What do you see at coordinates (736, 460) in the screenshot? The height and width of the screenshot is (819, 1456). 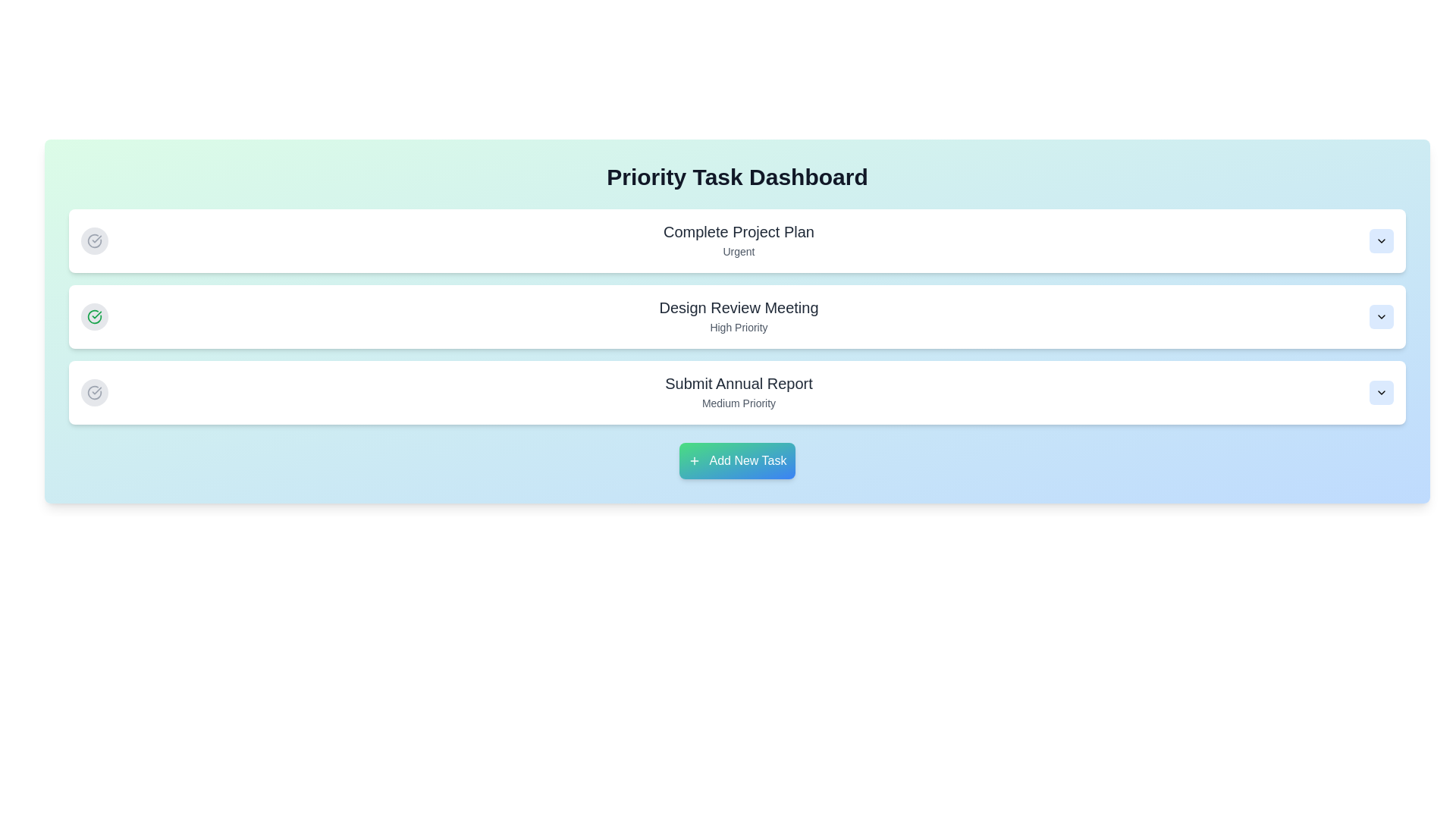 I see `'Add New Task' button to initiate the task addition process` at bounding box center [736, 460].